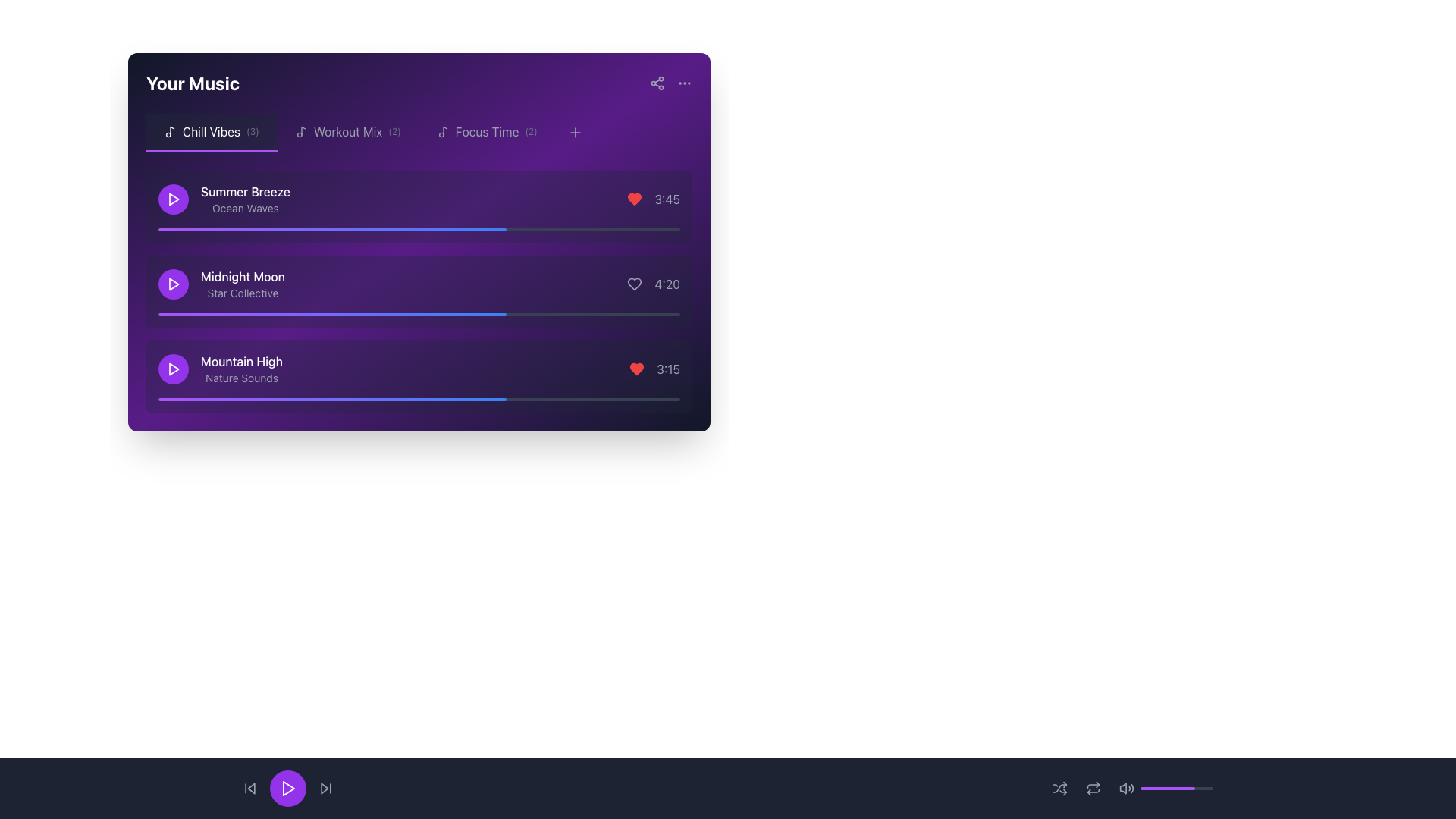 The image size is (1456, 819). Describe the element at coordinates (564, 230) in the screenshot. I see `progress` at that location.